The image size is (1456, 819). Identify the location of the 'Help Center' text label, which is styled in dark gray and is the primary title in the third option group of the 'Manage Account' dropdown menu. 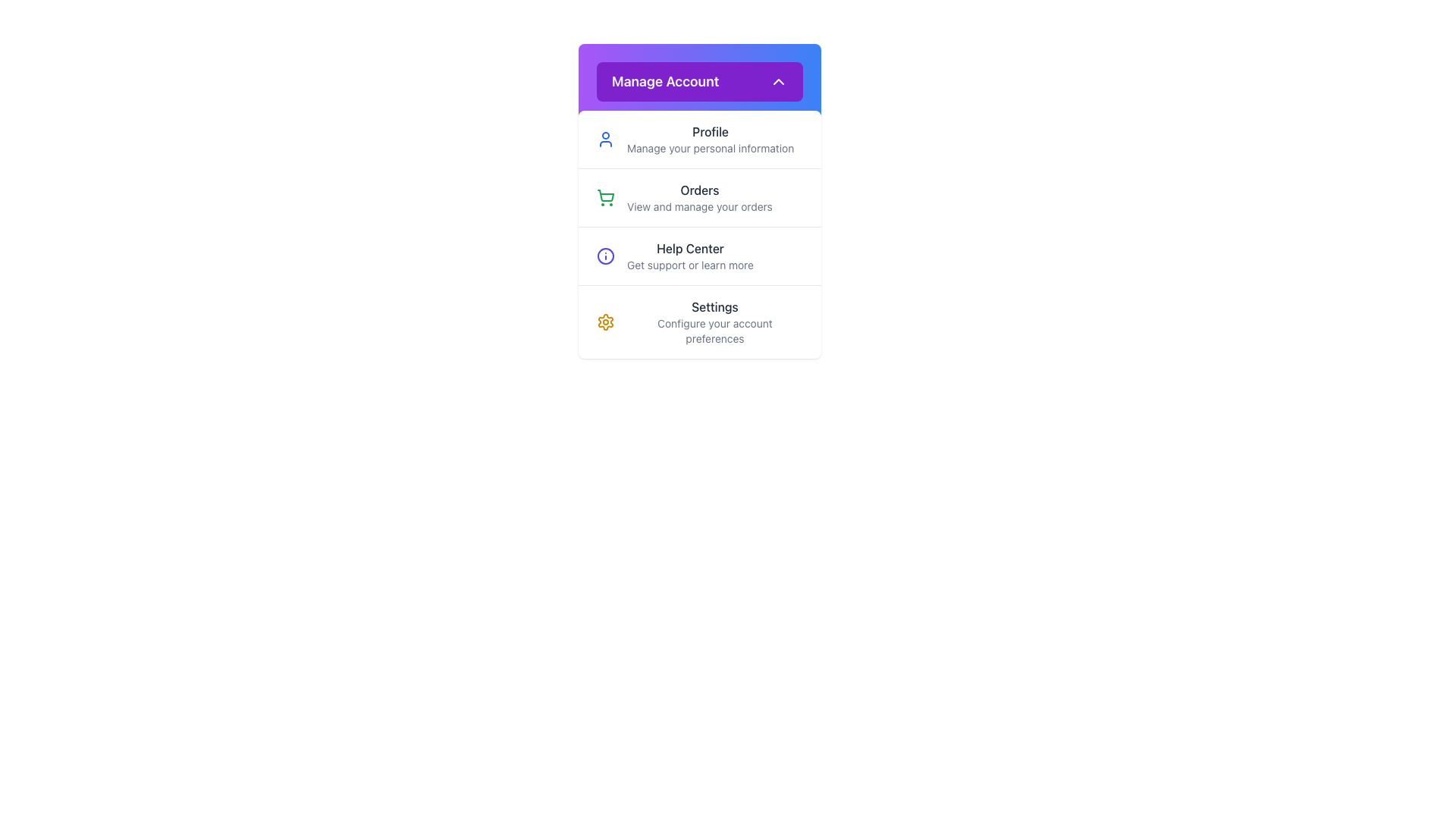
(689, 247).